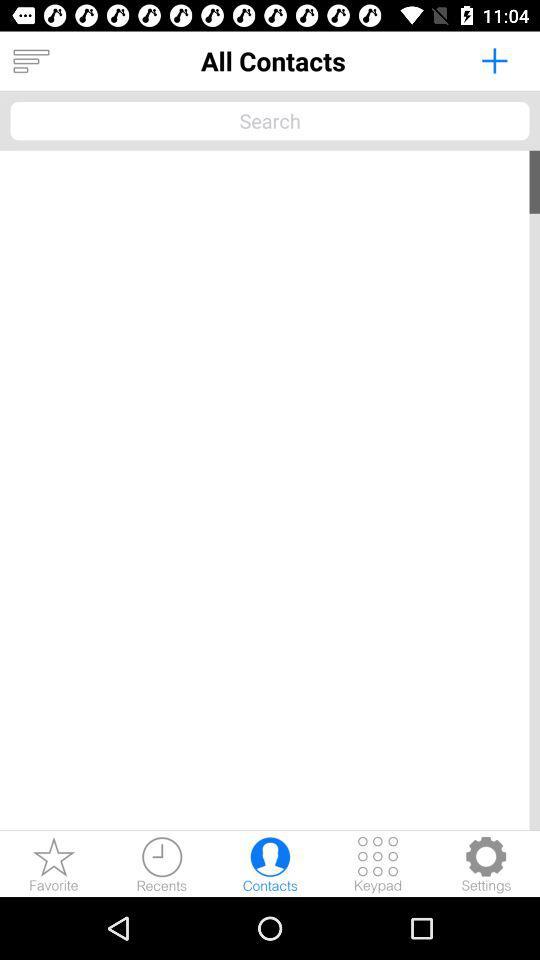 This screenshot has height=960, width=540. Describe the element at coordinates (270, 863) in the screenshot. I see `contacts` at that location.